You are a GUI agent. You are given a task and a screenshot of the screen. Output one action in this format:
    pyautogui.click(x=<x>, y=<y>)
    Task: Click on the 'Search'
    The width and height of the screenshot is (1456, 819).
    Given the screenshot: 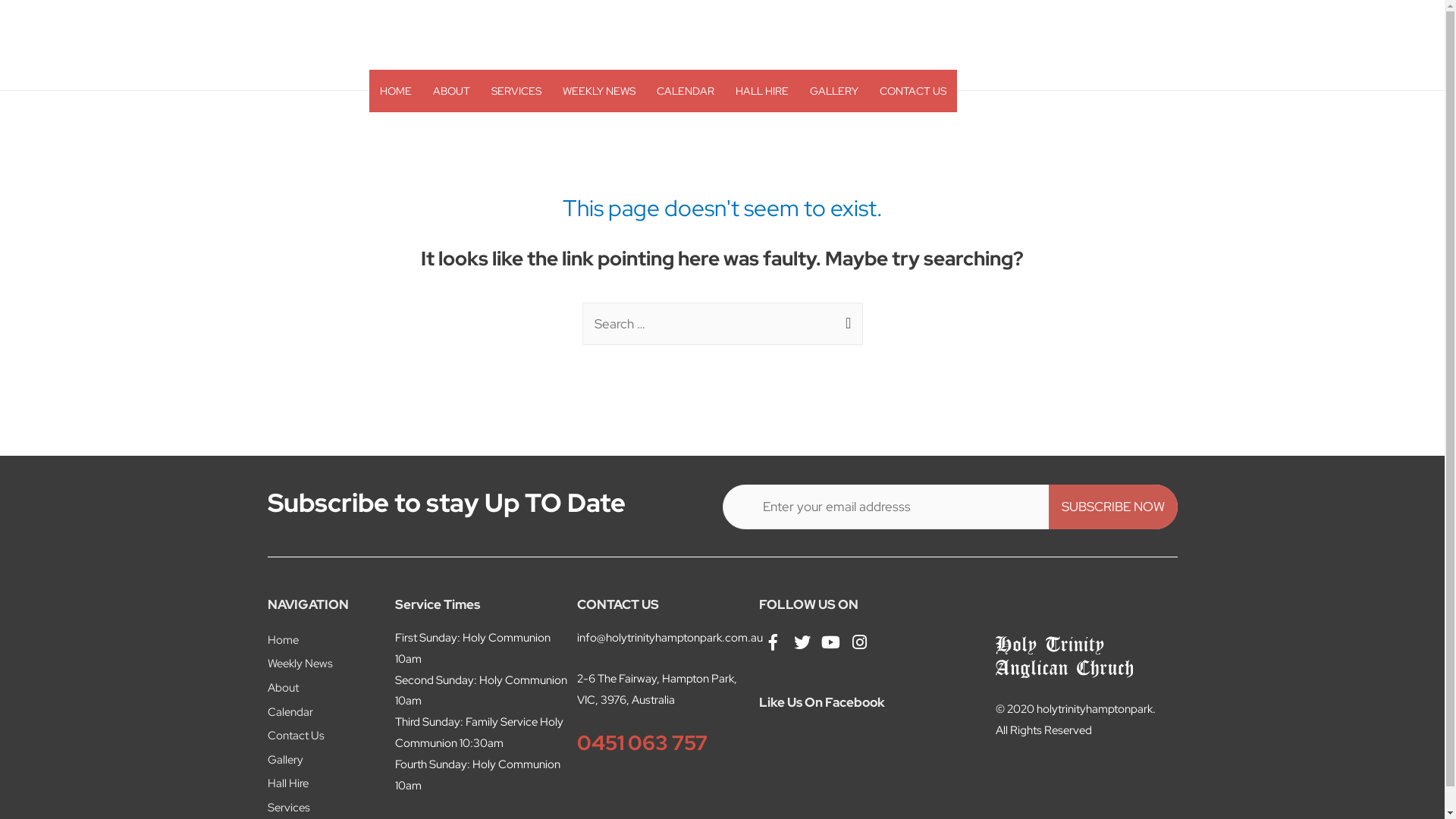 What is the action you would take?
    pyautogui.click(x=844, y=318)
    